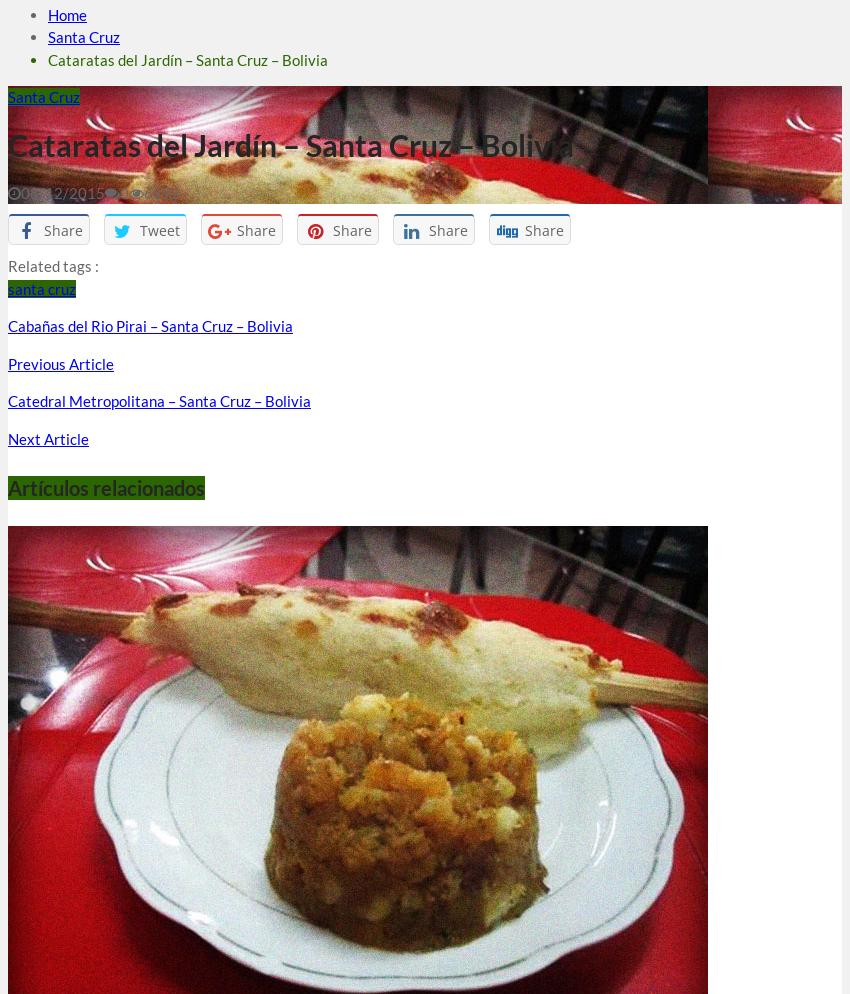 The width and height of the screenshot is (850, 994). Describe the element at coordinates (67, 14) in the screenshot. I see `'Home'` at that location.